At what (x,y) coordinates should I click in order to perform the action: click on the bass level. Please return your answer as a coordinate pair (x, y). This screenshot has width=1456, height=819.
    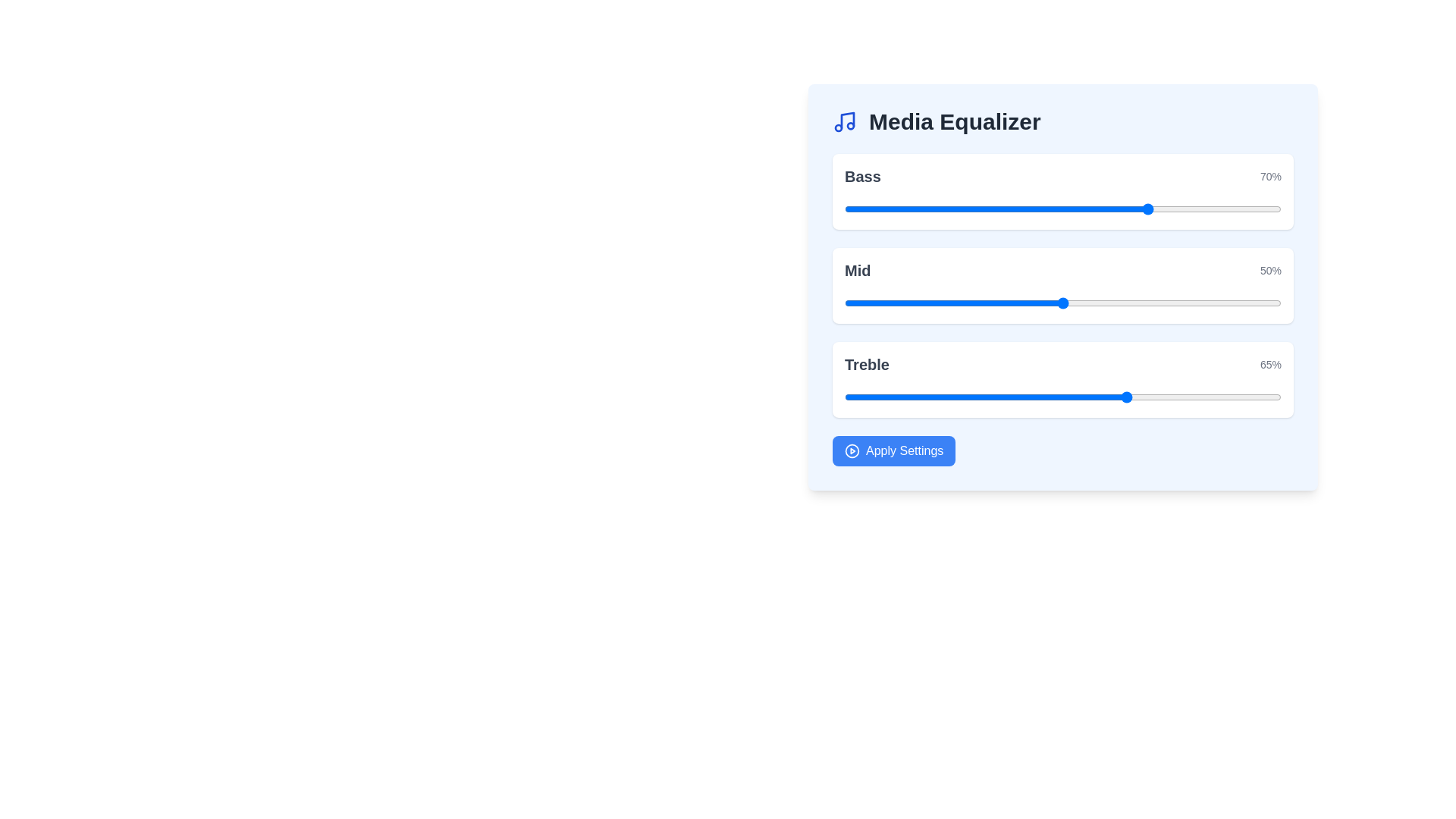
    Looking at the image, I should click on (1255, 206).